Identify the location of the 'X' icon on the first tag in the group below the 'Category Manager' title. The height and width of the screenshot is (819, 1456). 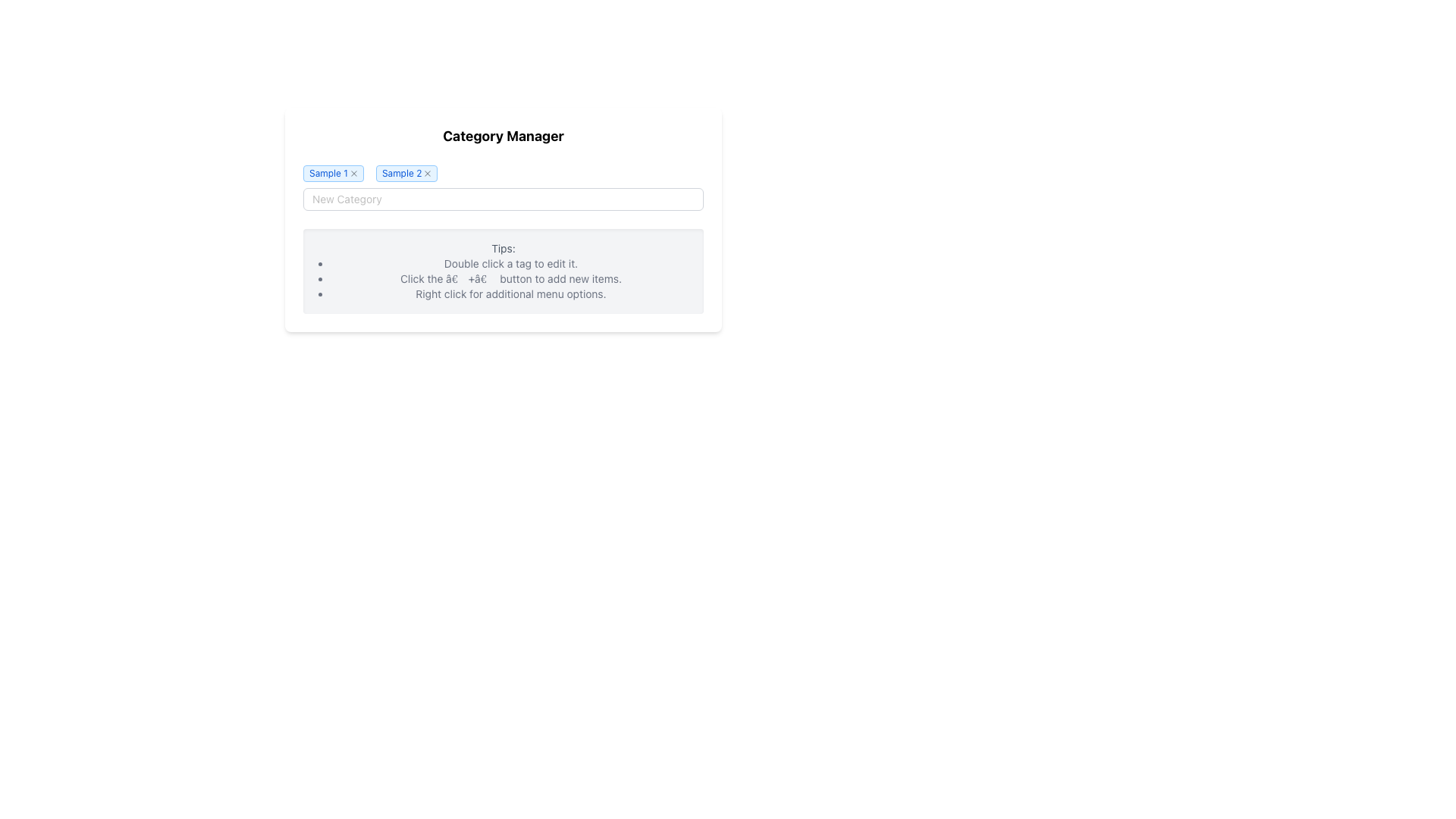
(332, 172).